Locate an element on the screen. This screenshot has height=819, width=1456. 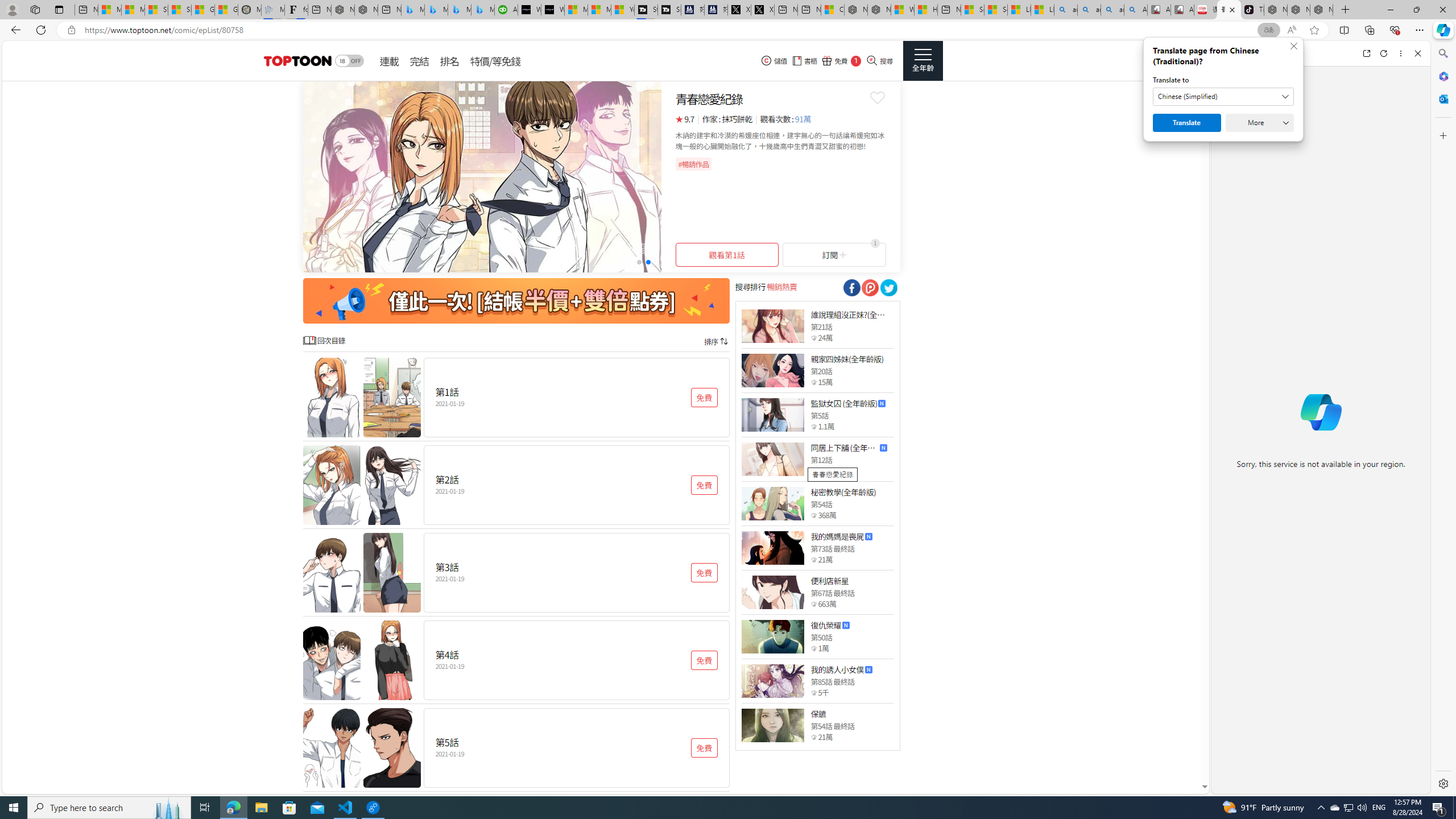
'amazon - Search Images' is located at coordinates (1111, 9).